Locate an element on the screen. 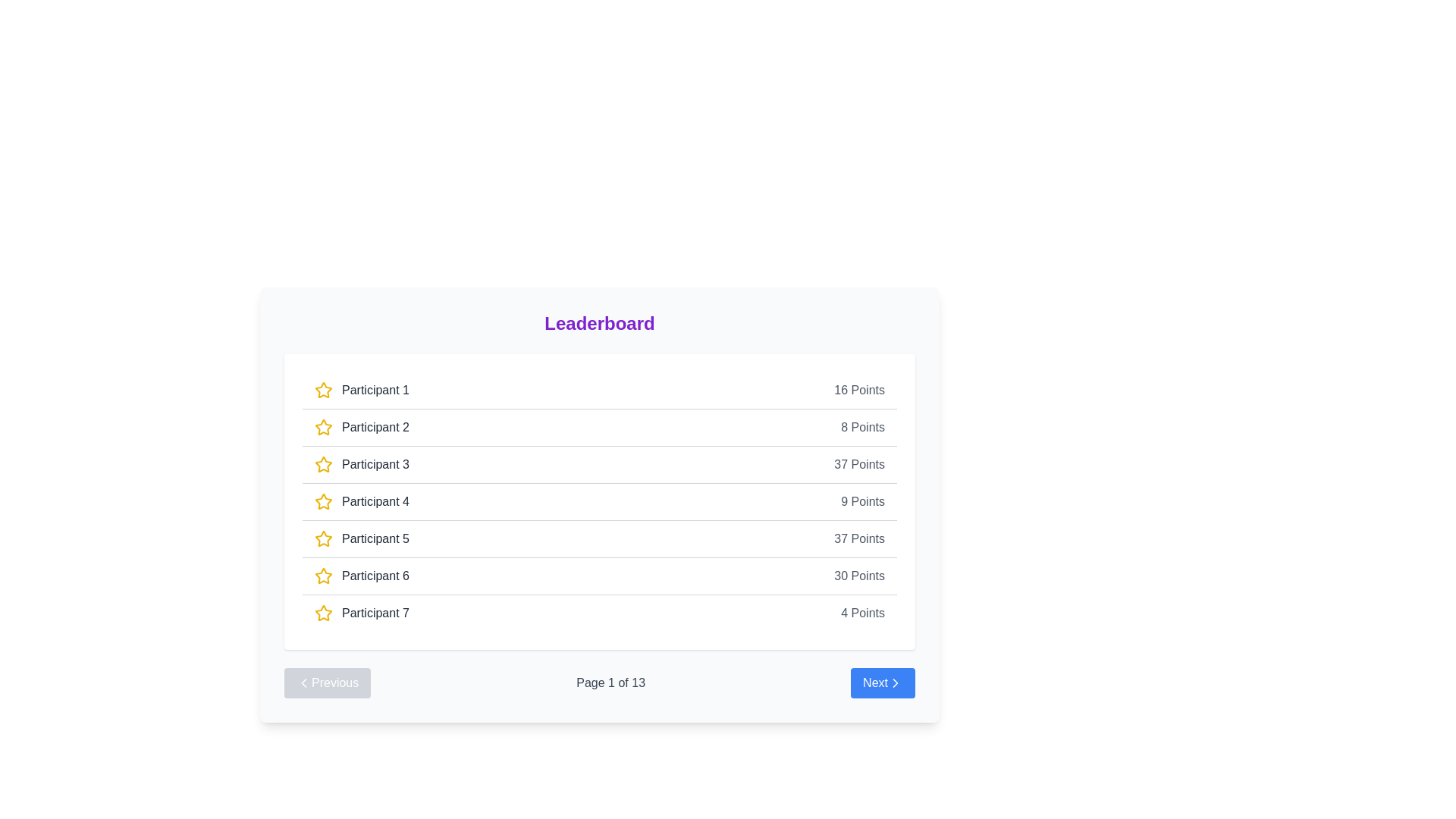 The height and width of the screenshot is (819, 1456). text from the Label element displaying 'Participant 3', which is located in the third entry of the Leaderboard list is located at coordinates (375, 464).